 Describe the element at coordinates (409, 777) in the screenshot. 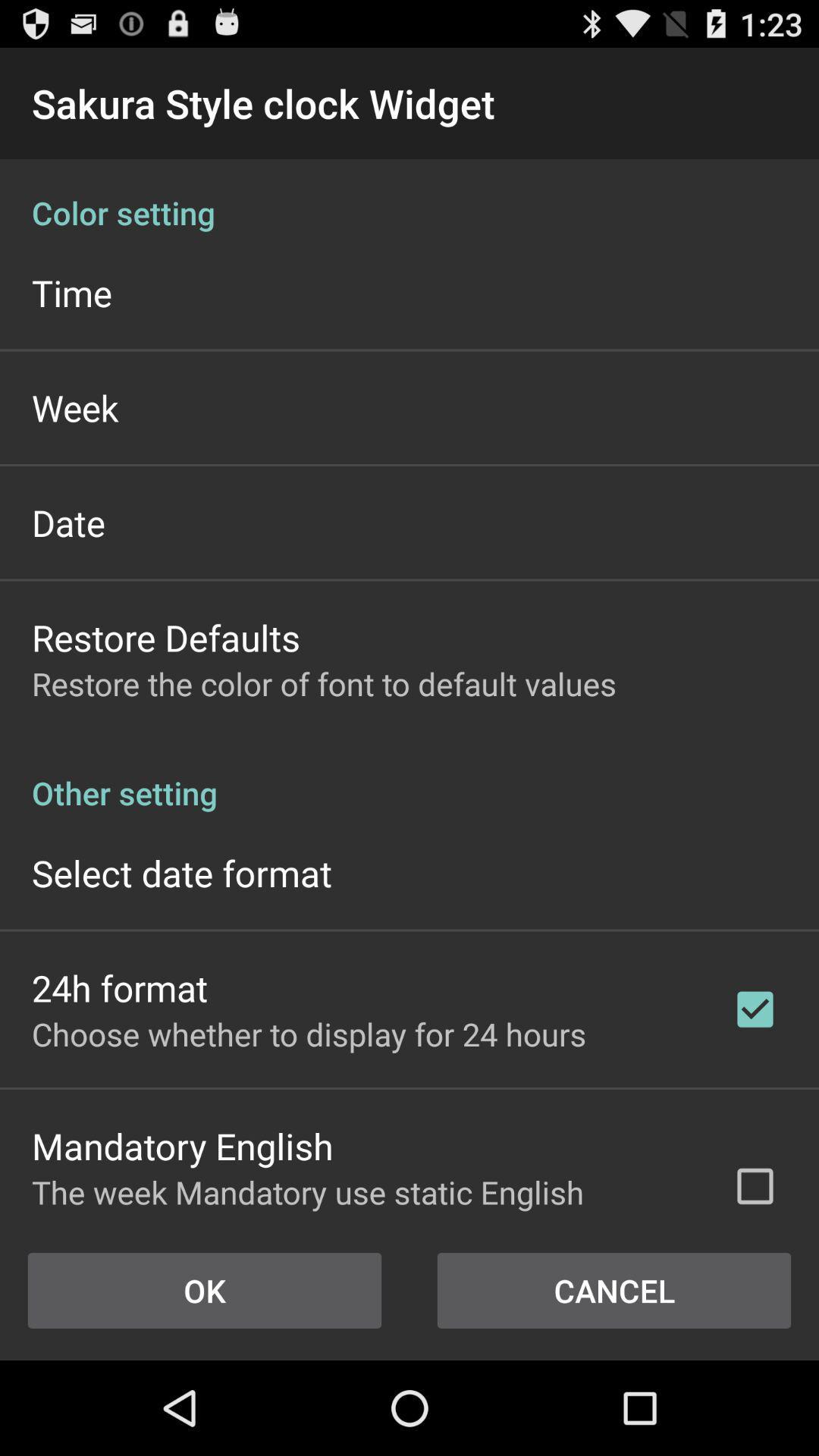

I see `the item below the restore the color app` at that location.